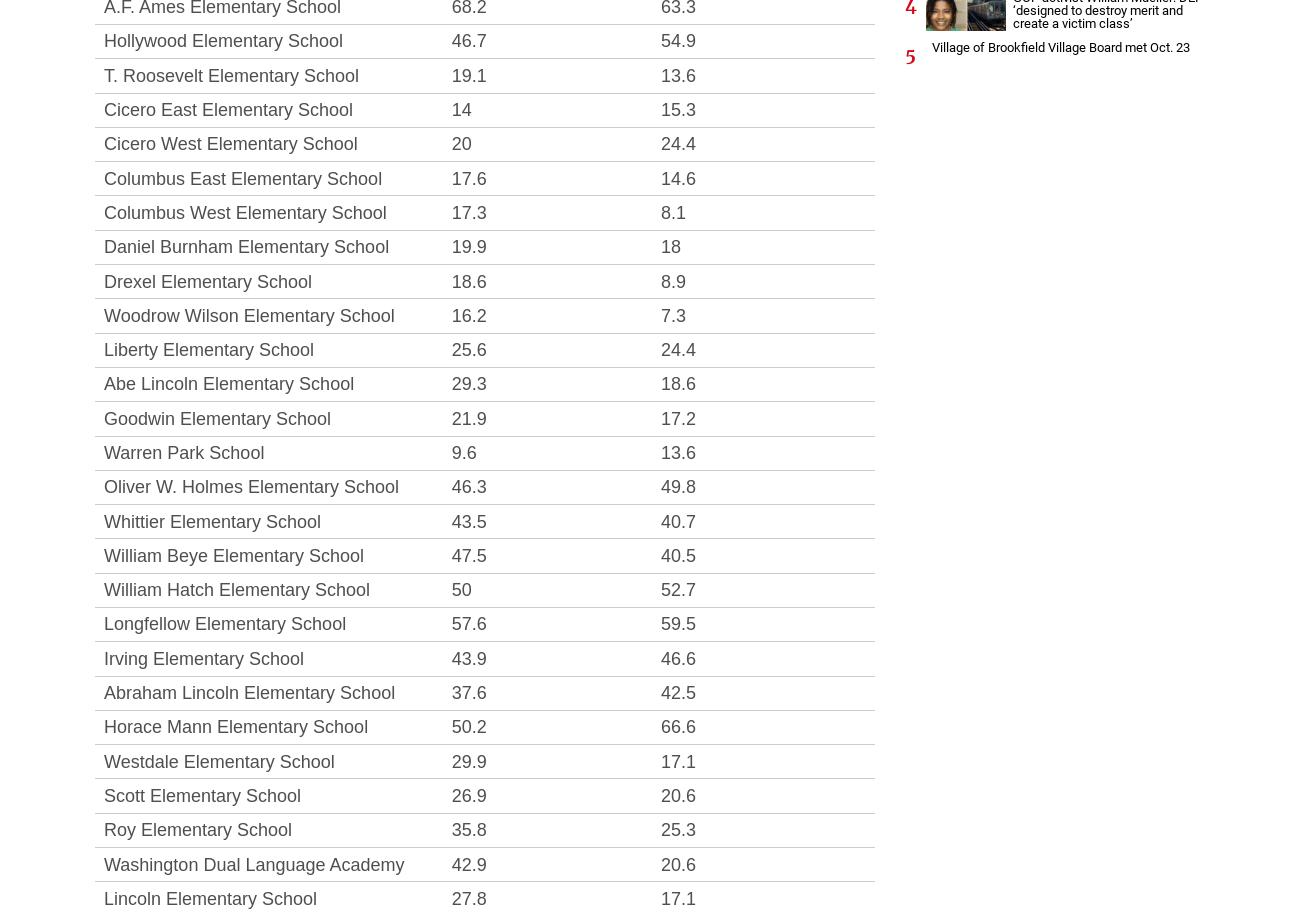 The height and width of the screenshot is (914, 1300). Describe the element at coordinates (209, 348) in the screenshot. I see `'Liberty Elementary School'` at that location.